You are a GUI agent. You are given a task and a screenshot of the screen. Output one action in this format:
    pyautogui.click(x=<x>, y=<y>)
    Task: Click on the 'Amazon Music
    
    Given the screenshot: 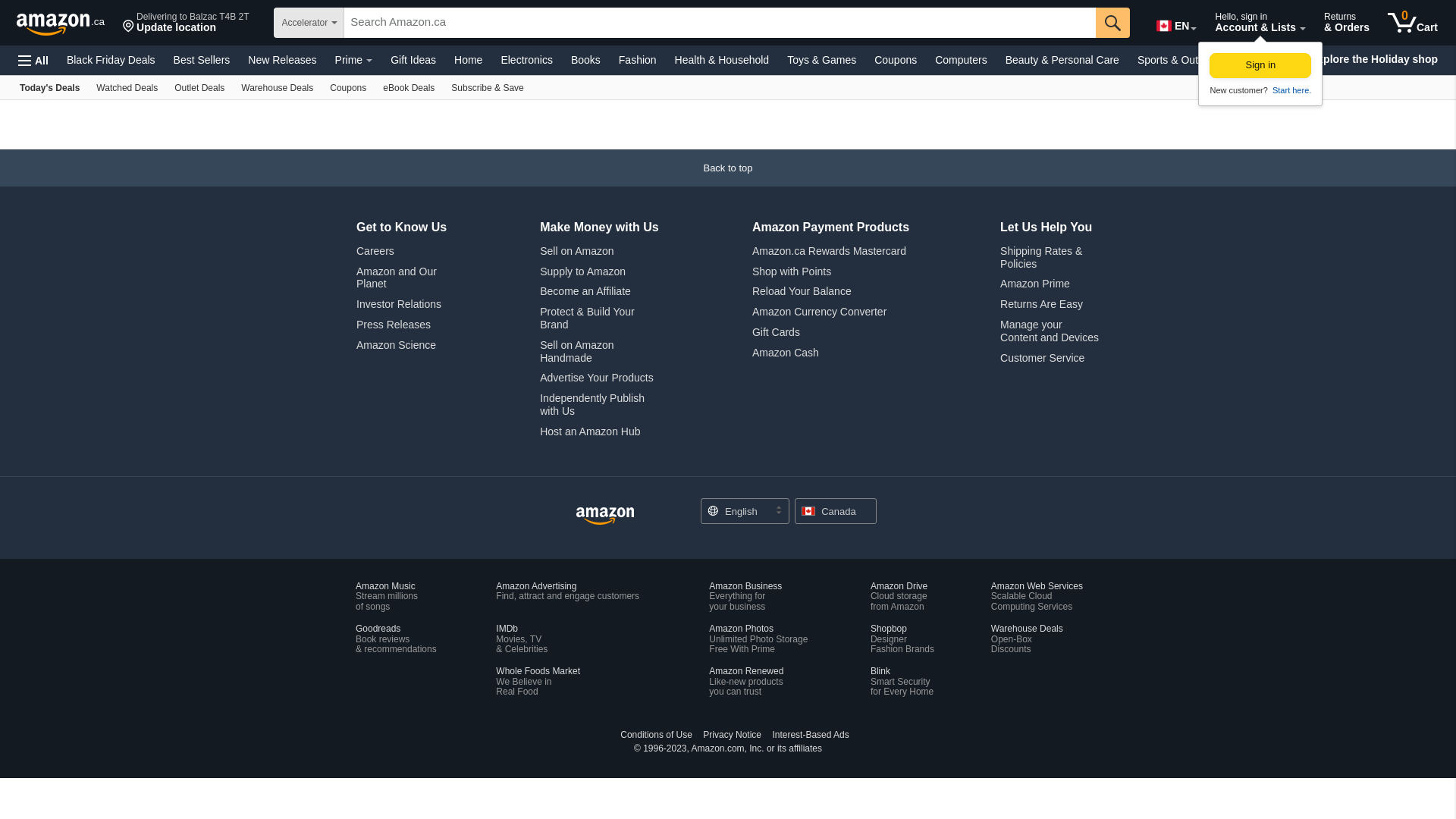 What is the action you would take?
    pyautogui.click(x=386, y=595)
    